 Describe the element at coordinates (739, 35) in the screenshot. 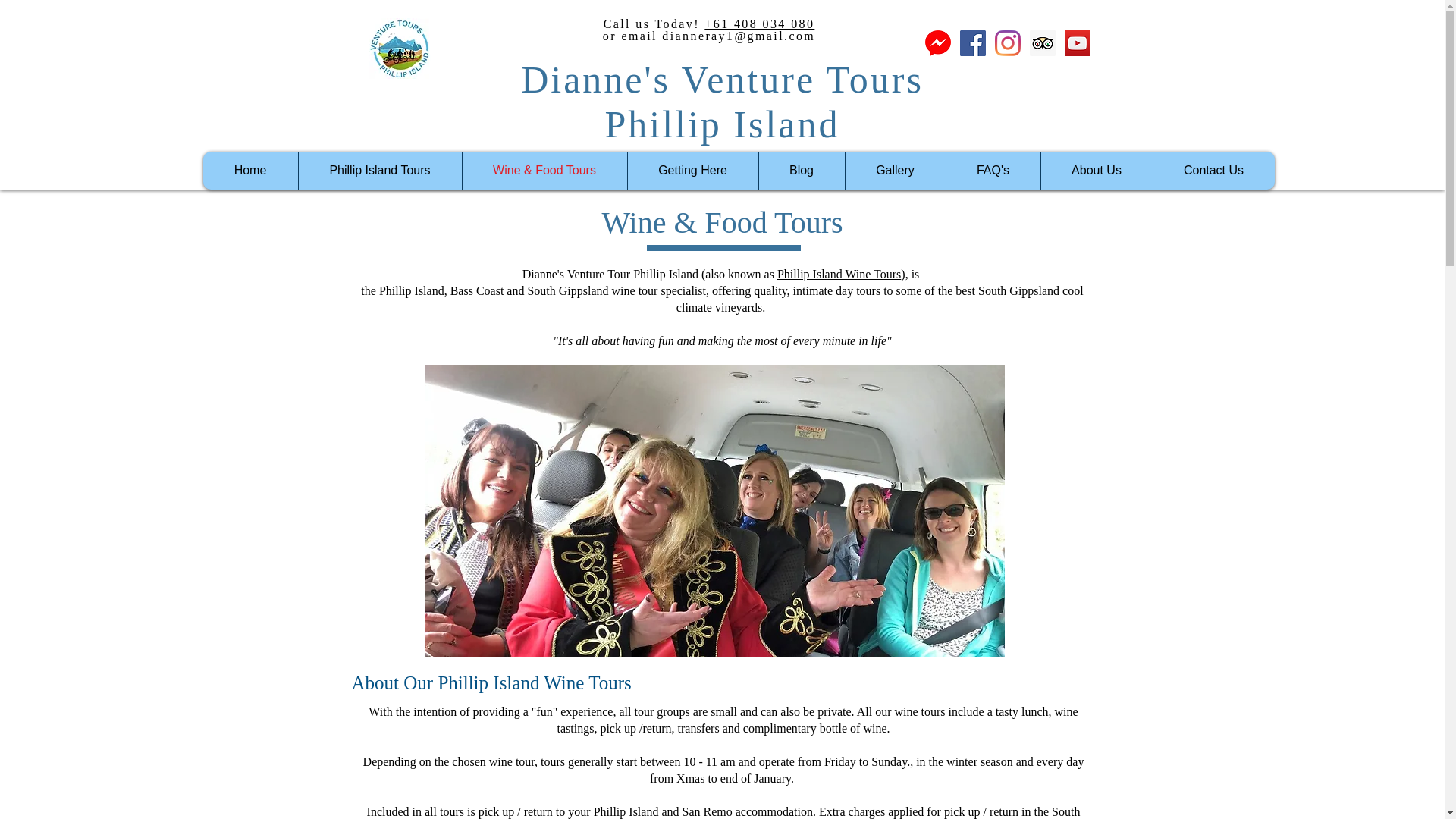

I see `'dianneray1@gmail.com'` at that location.